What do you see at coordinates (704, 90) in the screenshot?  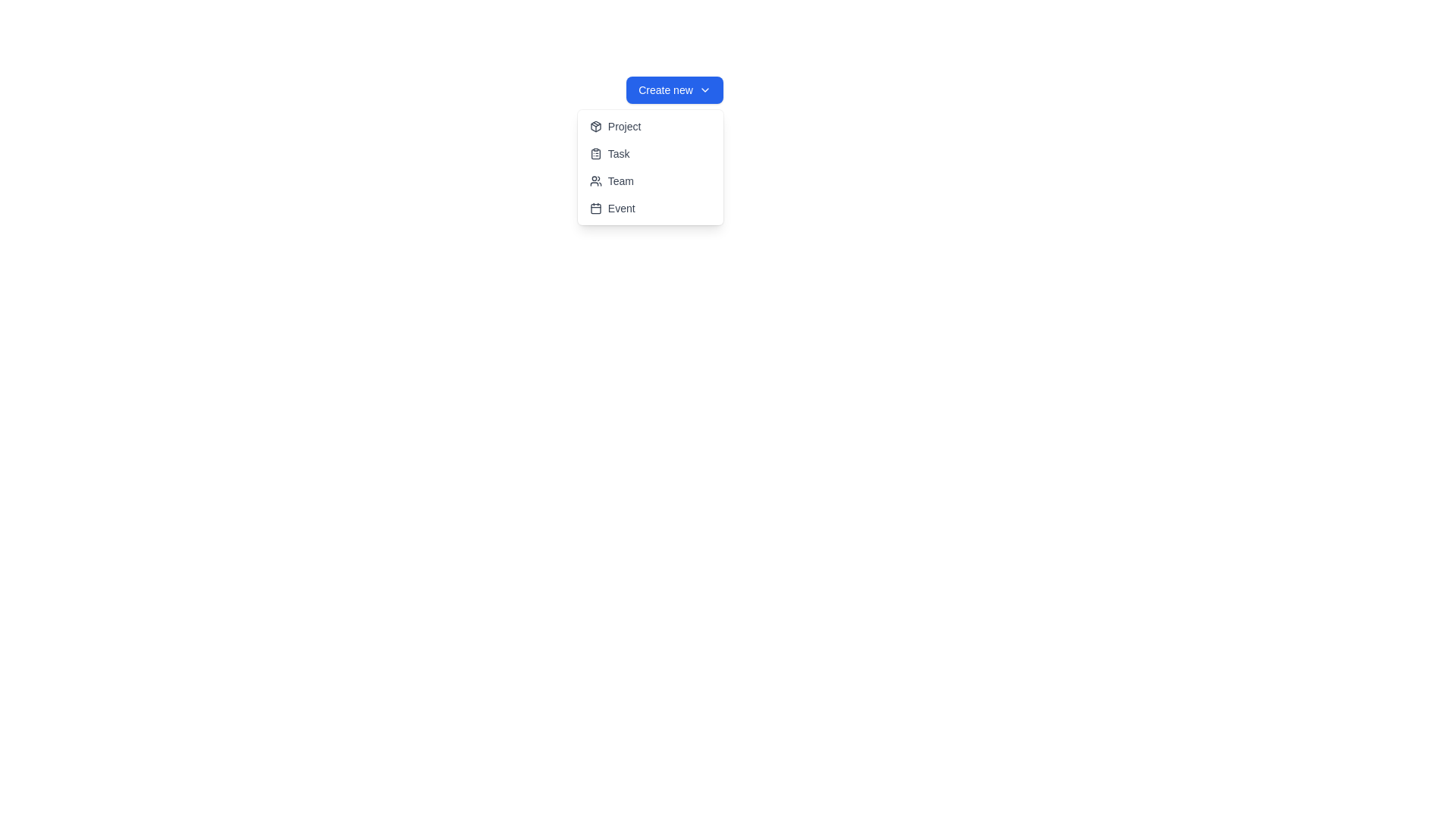 I see `the small, downward-pointing chevron icon adjacent to the 'Create new' text label` at bounding box center [704, 90].